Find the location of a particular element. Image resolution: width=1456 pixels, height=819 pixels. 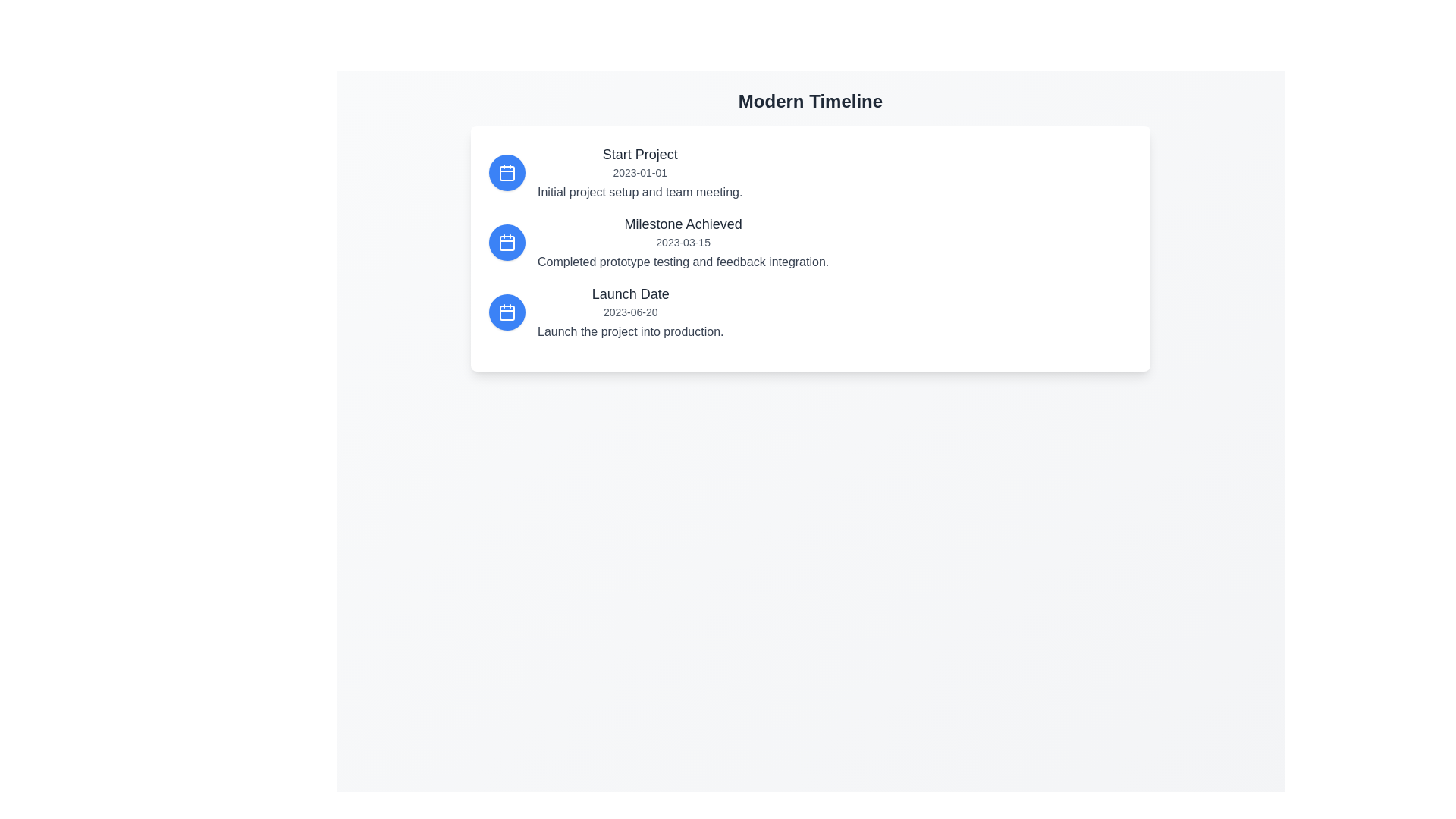

information displayed in the Text Display with Descriptive Content element, which shows 'Milestone Achieved', the date '2023-03-15', and the description 'Completed prototype testing and feedback integration.' is located at coordinates (682, 242).